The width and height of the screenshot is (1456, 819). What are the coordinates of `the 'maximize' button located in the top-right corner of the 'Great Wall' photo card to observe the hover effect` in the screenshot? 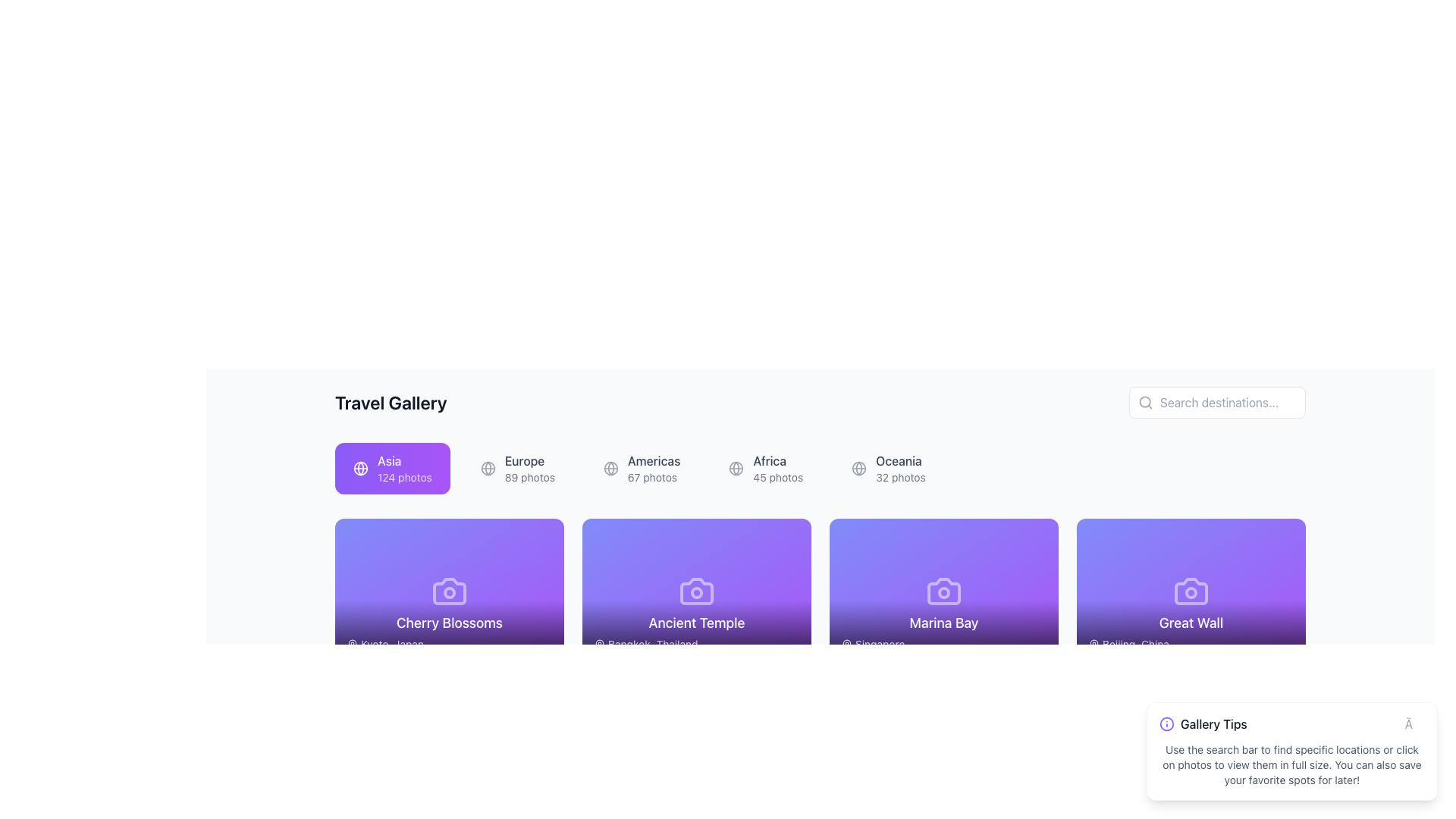 It's located at (1280, 543).